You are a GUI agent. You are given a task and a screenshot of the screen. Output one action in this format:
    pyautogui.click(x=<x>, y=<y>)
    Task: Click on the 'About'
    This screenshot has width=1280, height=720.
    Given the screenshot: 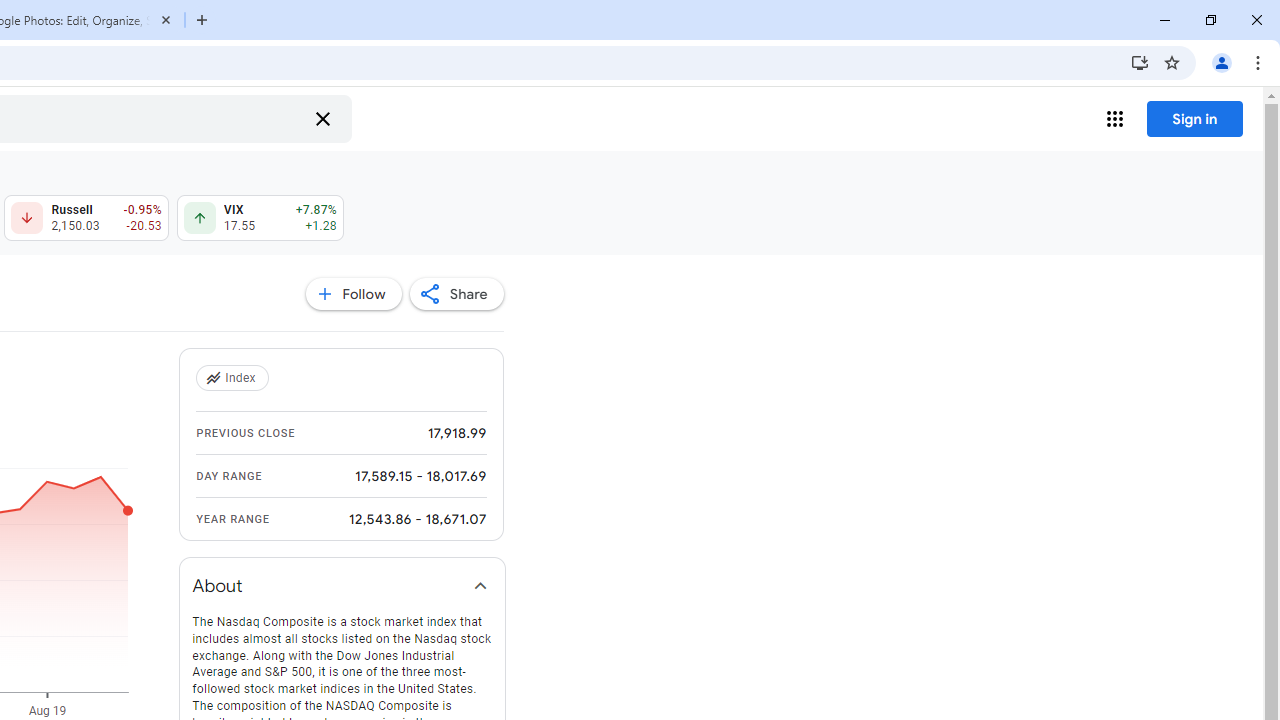 What is the action you would take?
    pyautogui.click(x=342, y=585)
    